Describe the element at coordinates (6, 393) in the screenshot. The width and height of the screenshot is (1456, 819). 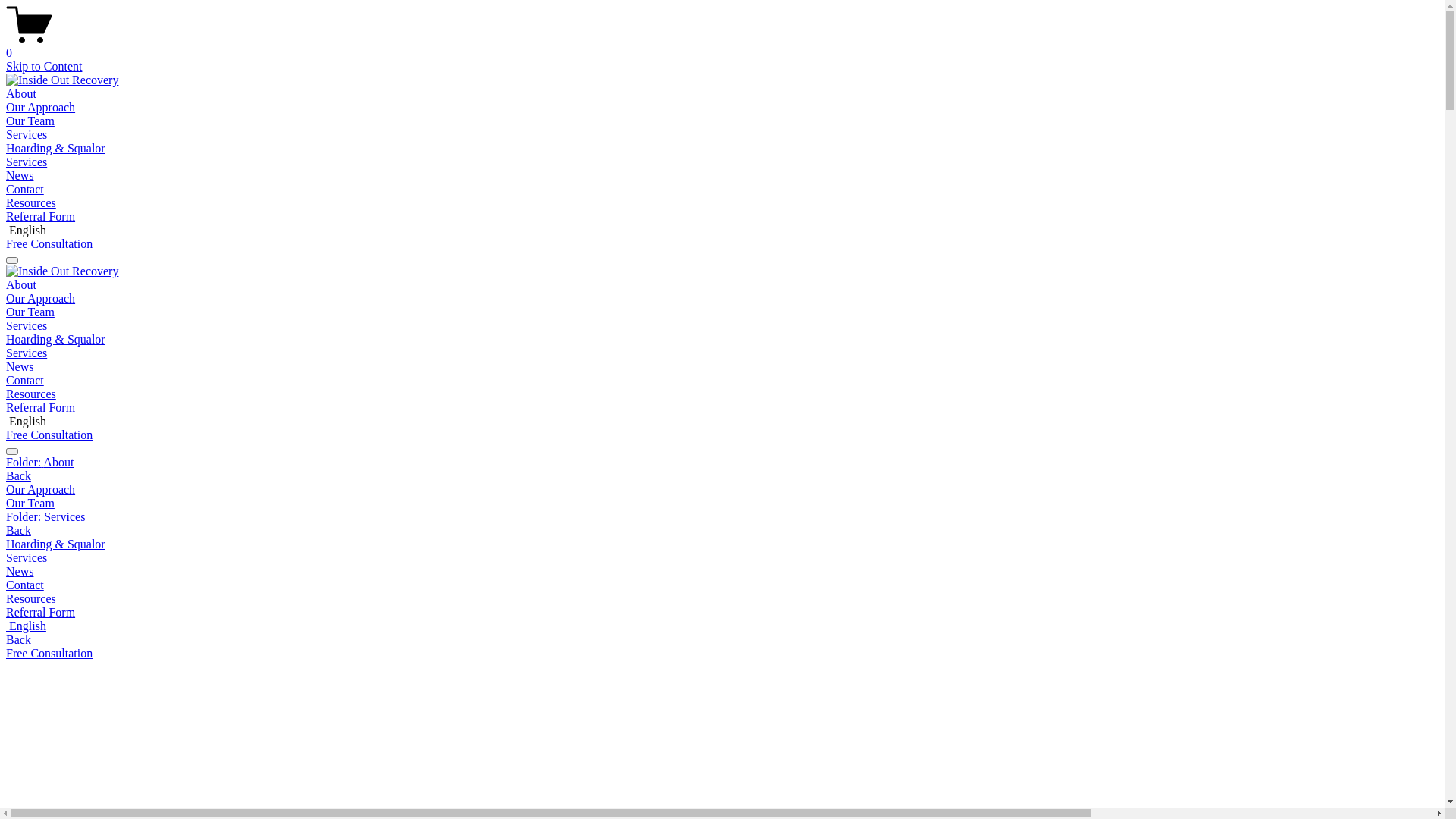
I see `'Resources'` at that location.